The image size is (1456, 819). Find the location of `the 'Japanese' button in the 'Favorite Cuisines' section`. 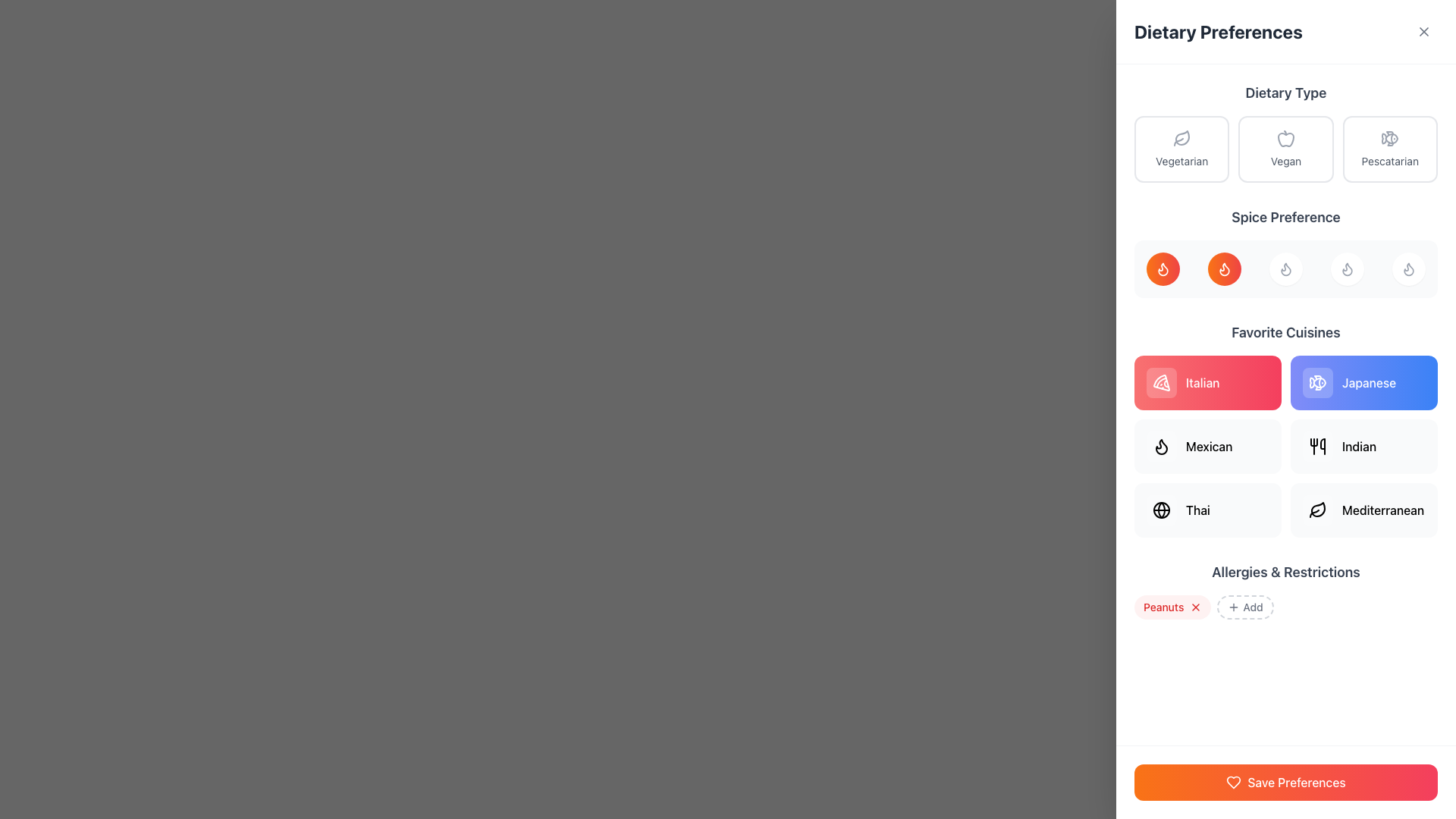

the 'Japanese' button in the 'Favorite Cuisines' section is located at coordinates (1364, 382).